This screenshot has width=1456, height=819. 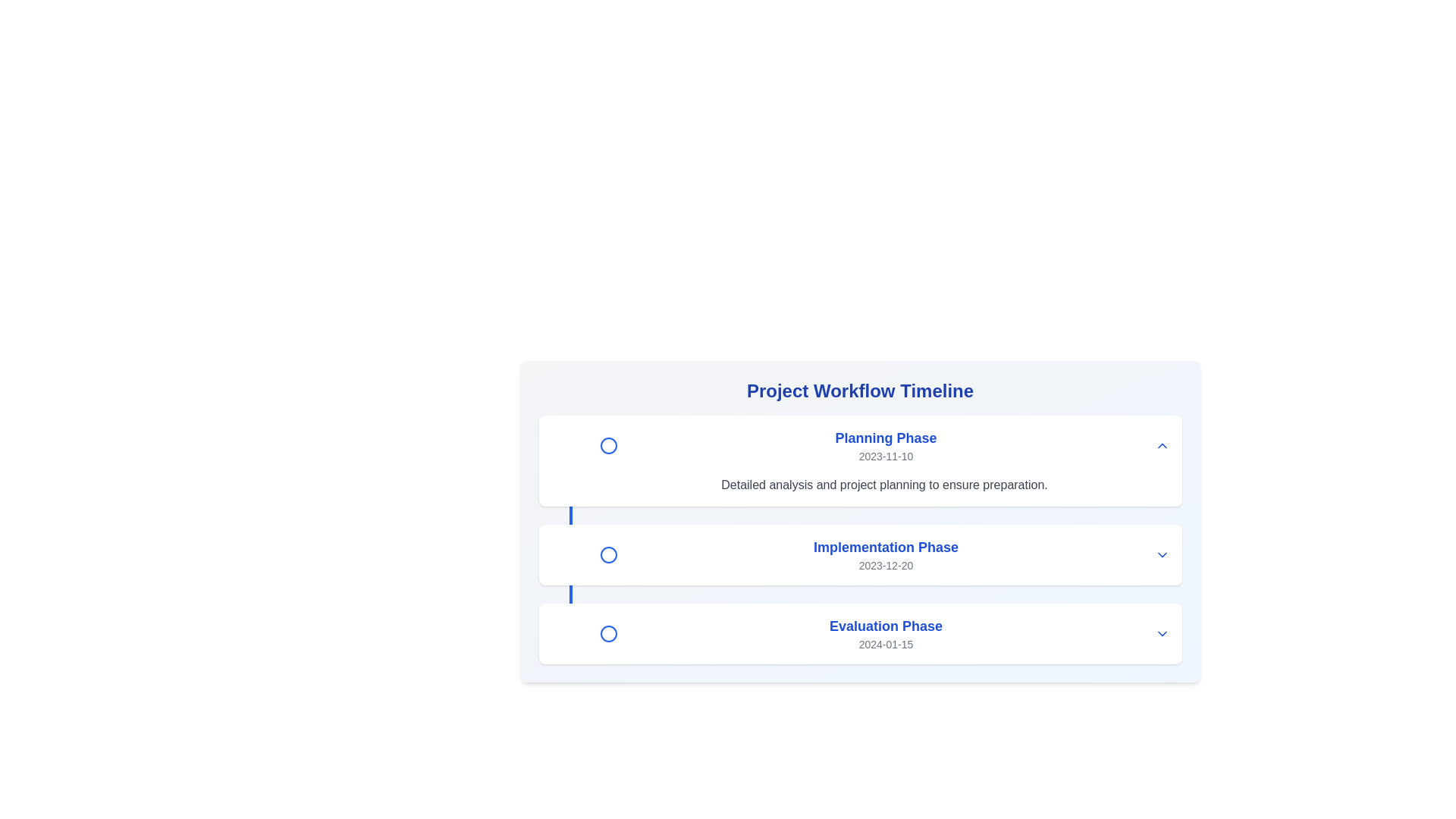 What do you see at coordinates (608, 634) in the screenshot?
I see `the decorative blue circular outline next to the 'Evaluation Phase' on the vertical timeline` at bounding box center [608, 634].